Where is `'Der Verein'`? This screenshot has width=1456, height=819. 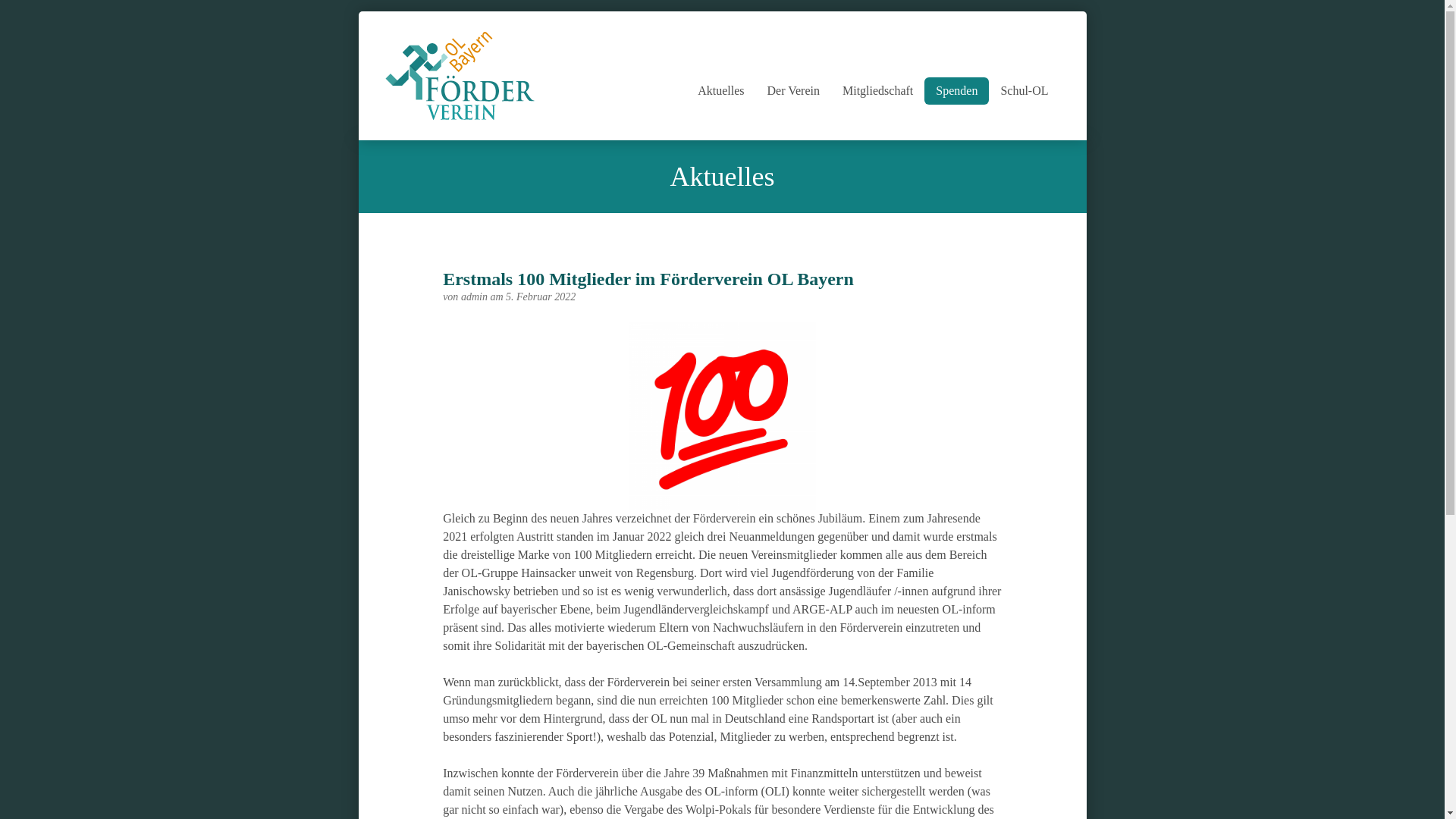
'Der Verein' is located at coordinates (792, 90).